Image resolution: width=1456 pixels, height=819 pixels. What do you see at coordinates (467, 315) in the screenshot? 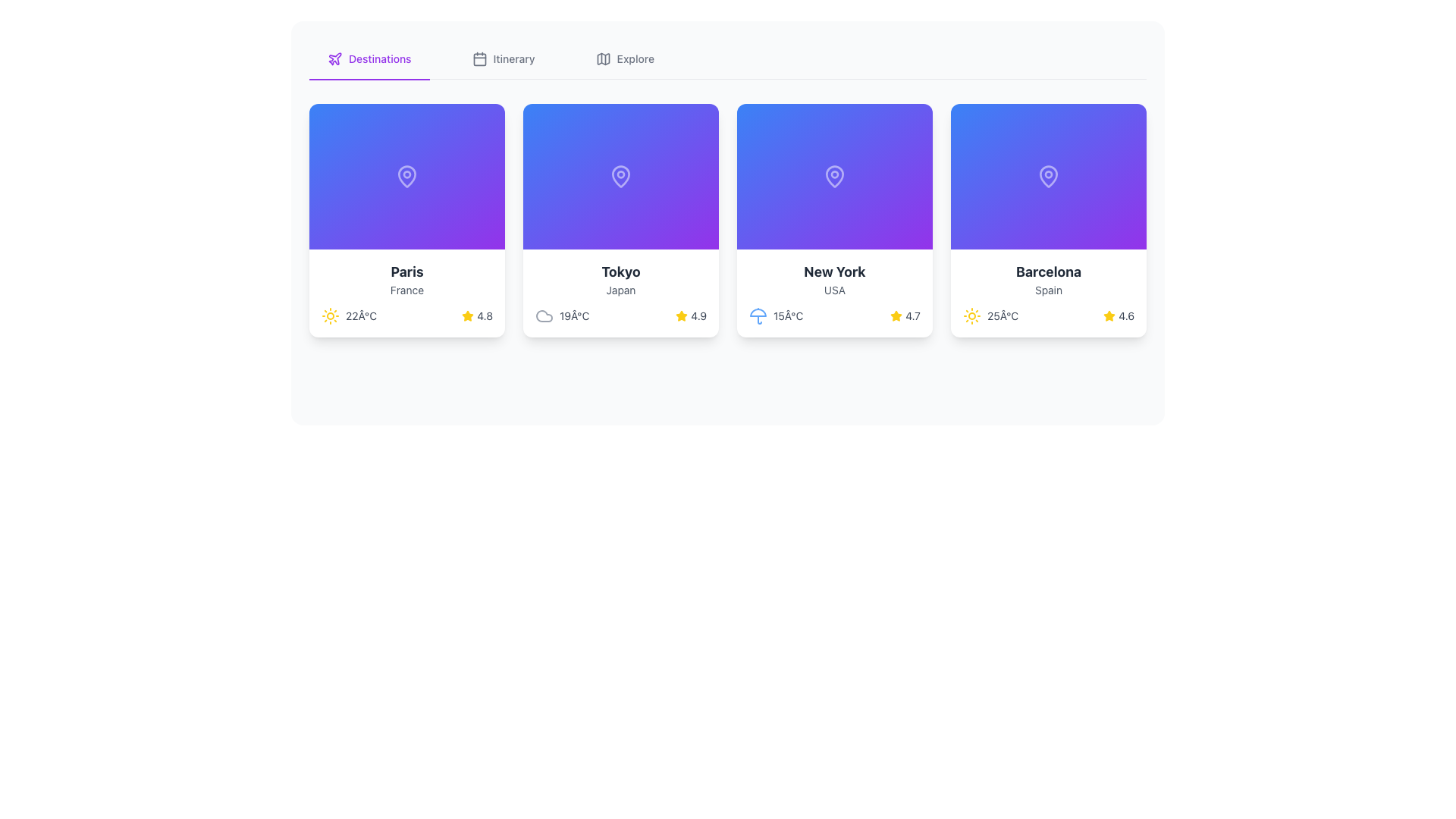
I see `the state of the star icon indicating a high rating or favorite status, which is located in the lower right section of the first card, to the left of the '4.8' rating text and above the temperature indicator` at bounding box center [467, 315].